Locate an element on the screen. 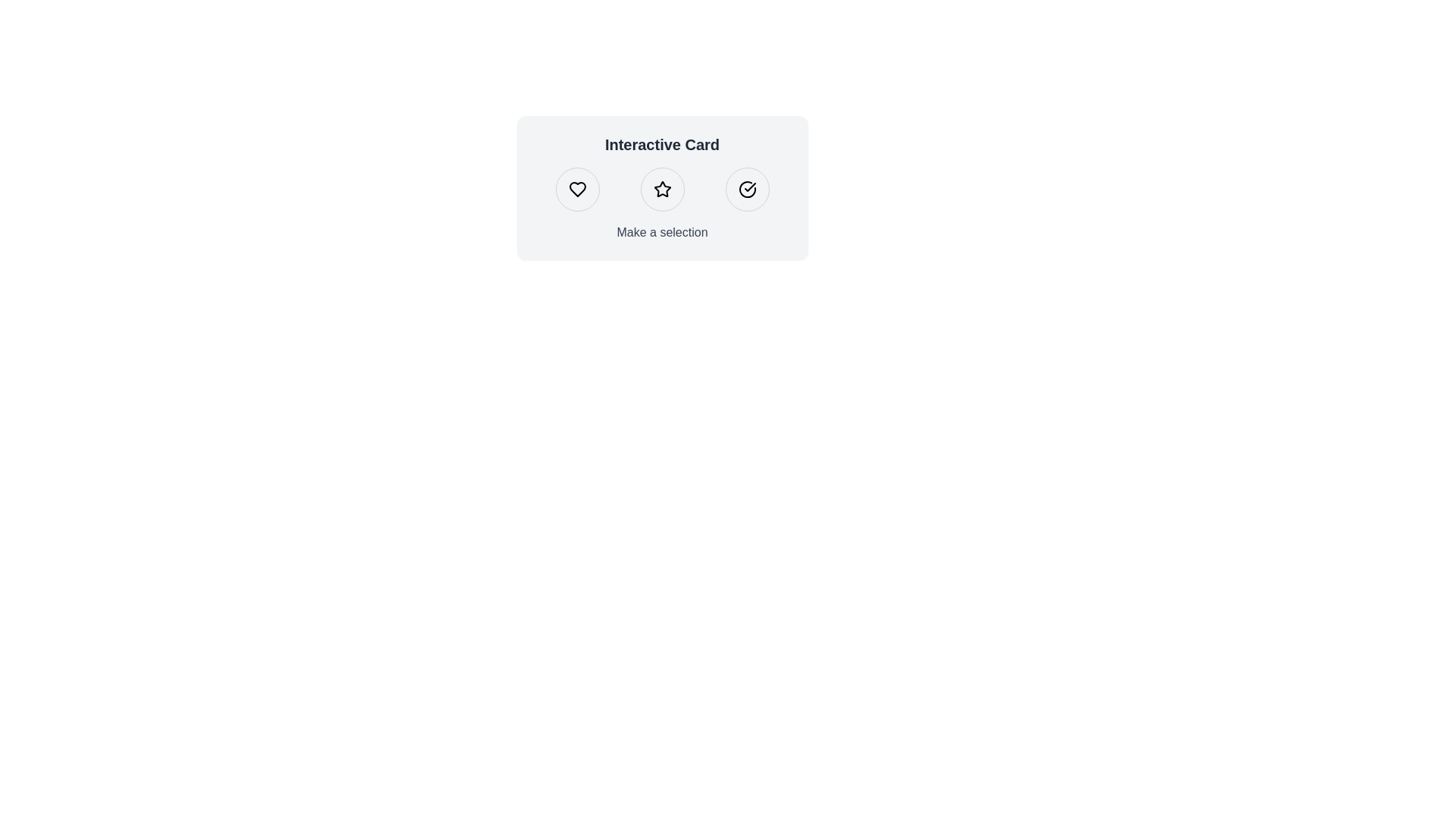  the circular button with a star icon, which is the second button in a set of three is located at coordinates (662, 189).